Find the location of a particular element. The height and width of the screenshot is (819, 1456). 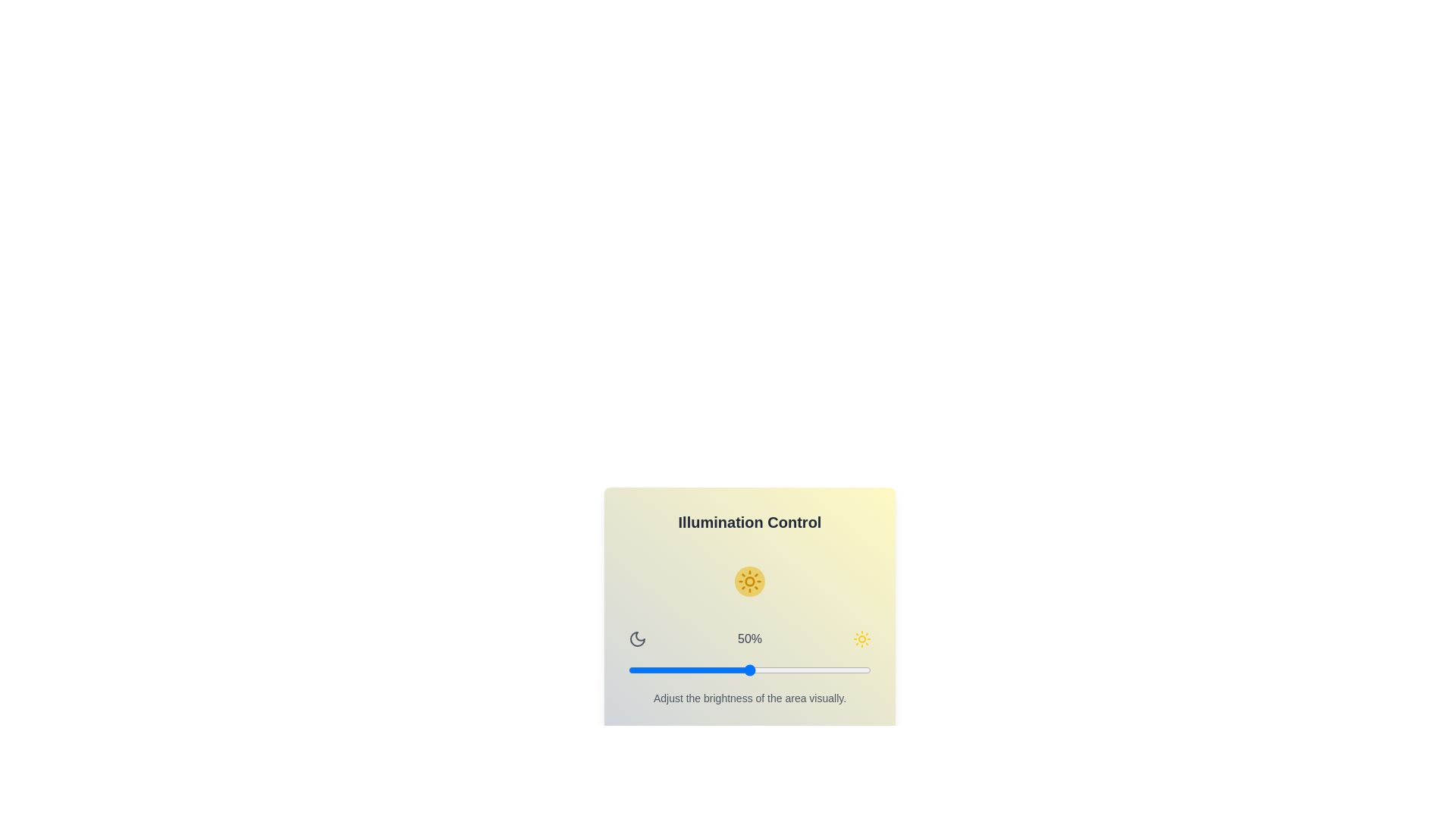

the brightness slider to 21% is located at coordinates (679, 669).